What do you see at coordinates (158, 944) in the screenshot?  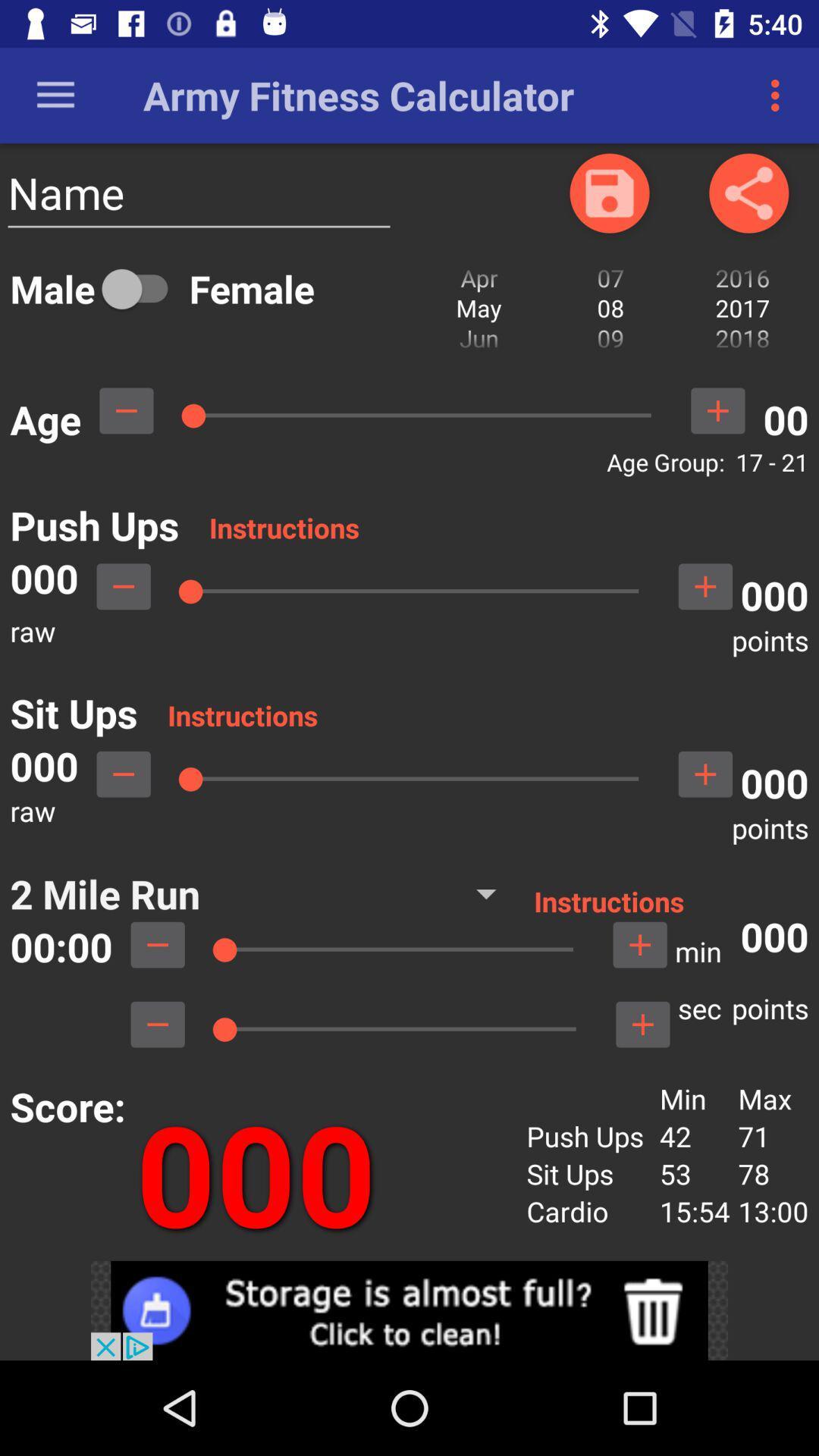 I see `the minus icon` at bounding box center [158, 944].